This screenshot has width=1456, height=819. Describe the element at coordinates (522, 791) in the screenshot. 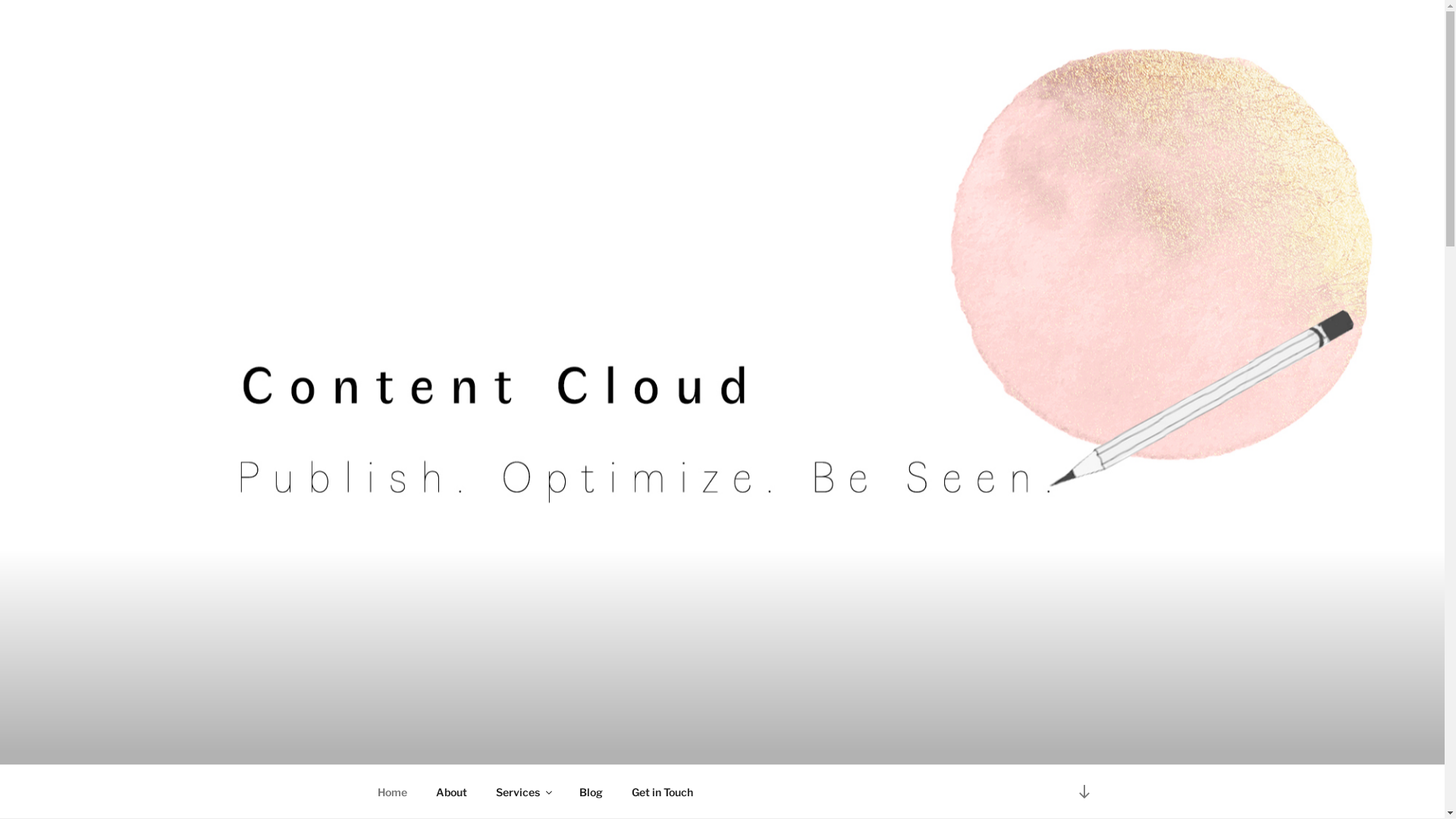

I see `'Services'` at that location.